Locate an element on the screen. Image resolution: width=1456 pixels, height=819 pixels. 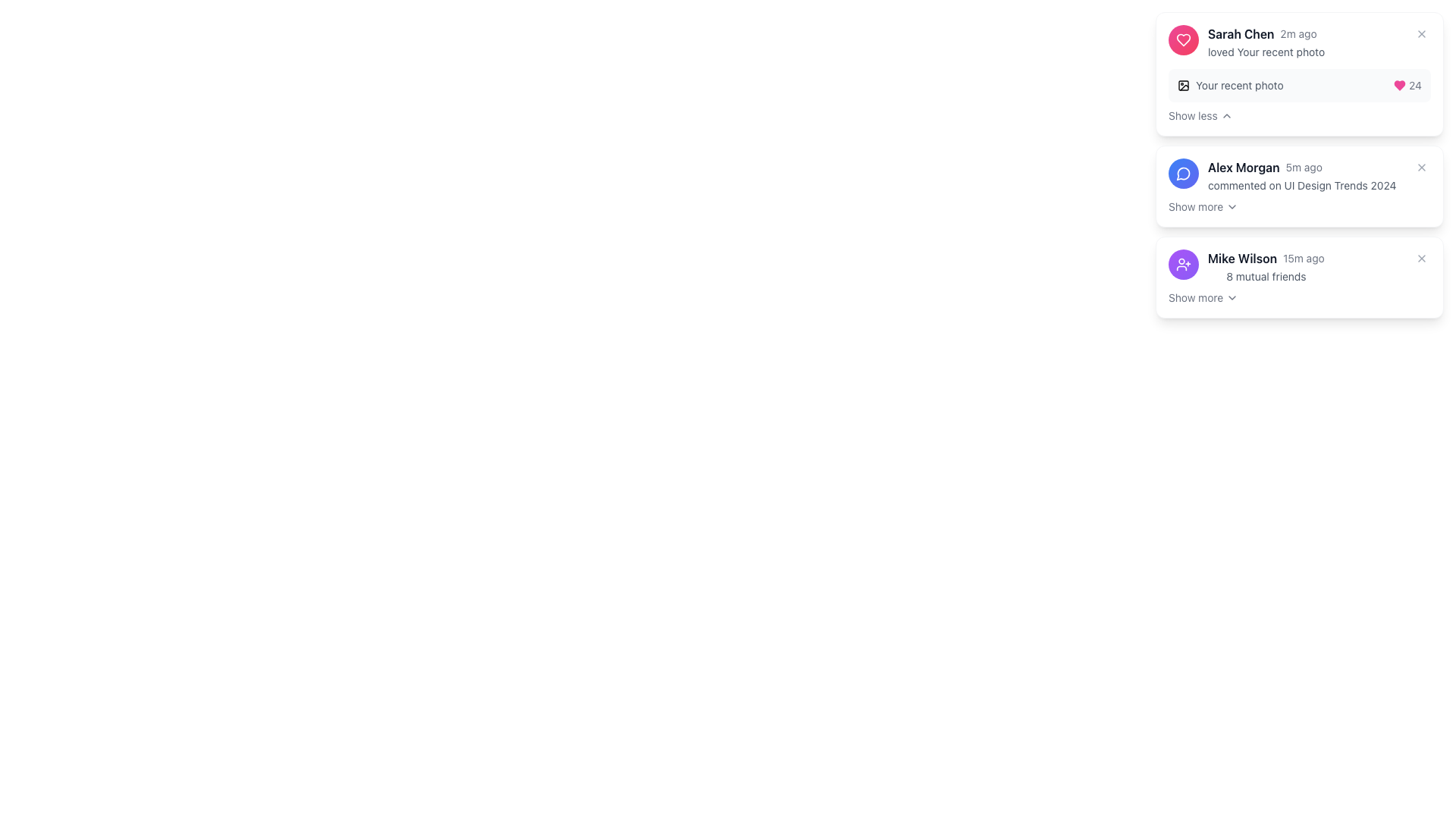
the text label displaying 'loved Your recent photo' which is styled in gray and positioned below the user name 'Sarah Chen' is located at coordinates (1266, 52).